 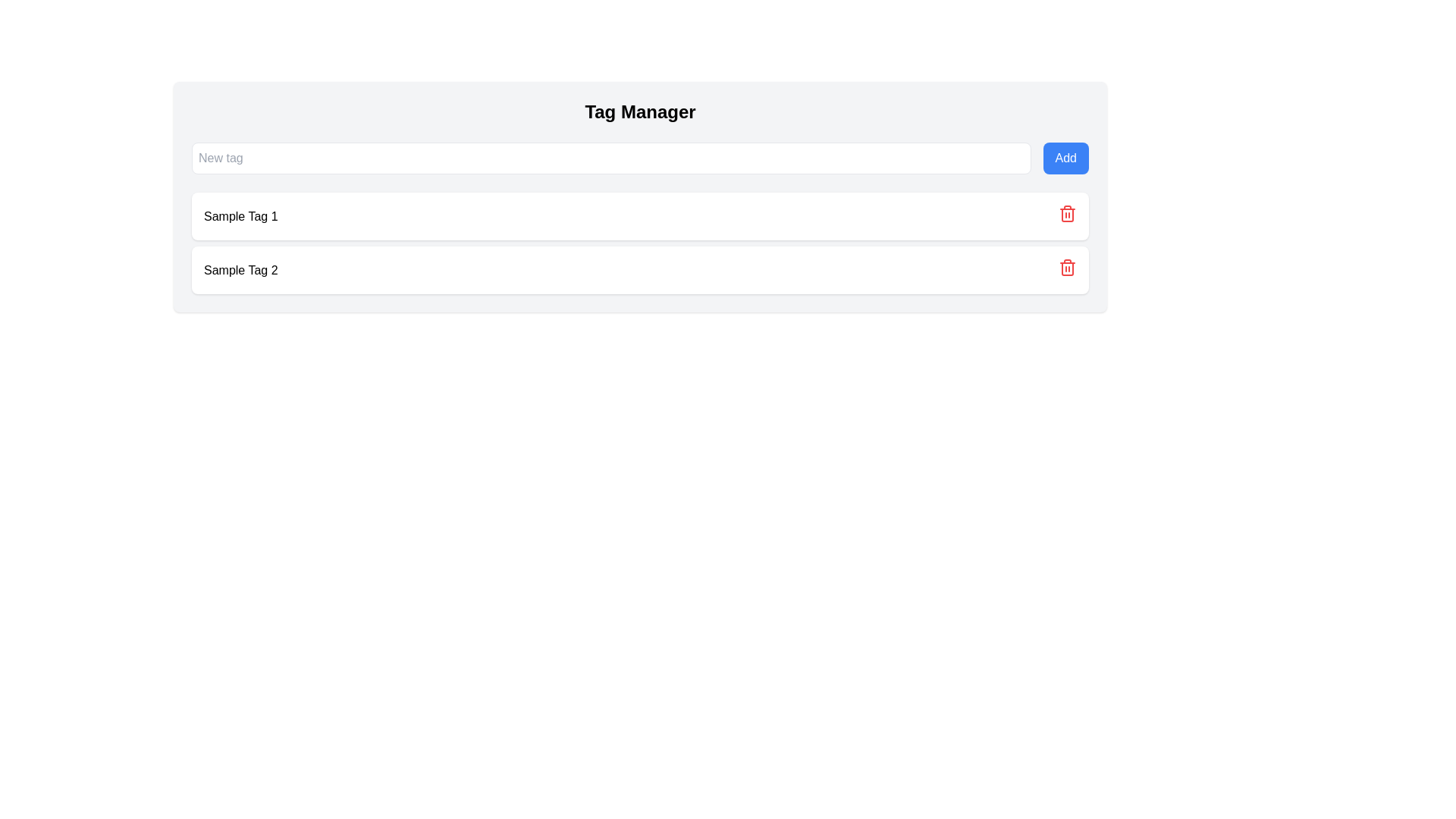 What do you see at coordinates (1066, 216) in the screenshot?
I see `the delete button positioned to the right of the list item 'Sample Tag 1'` at bounding box center [1066, 216].